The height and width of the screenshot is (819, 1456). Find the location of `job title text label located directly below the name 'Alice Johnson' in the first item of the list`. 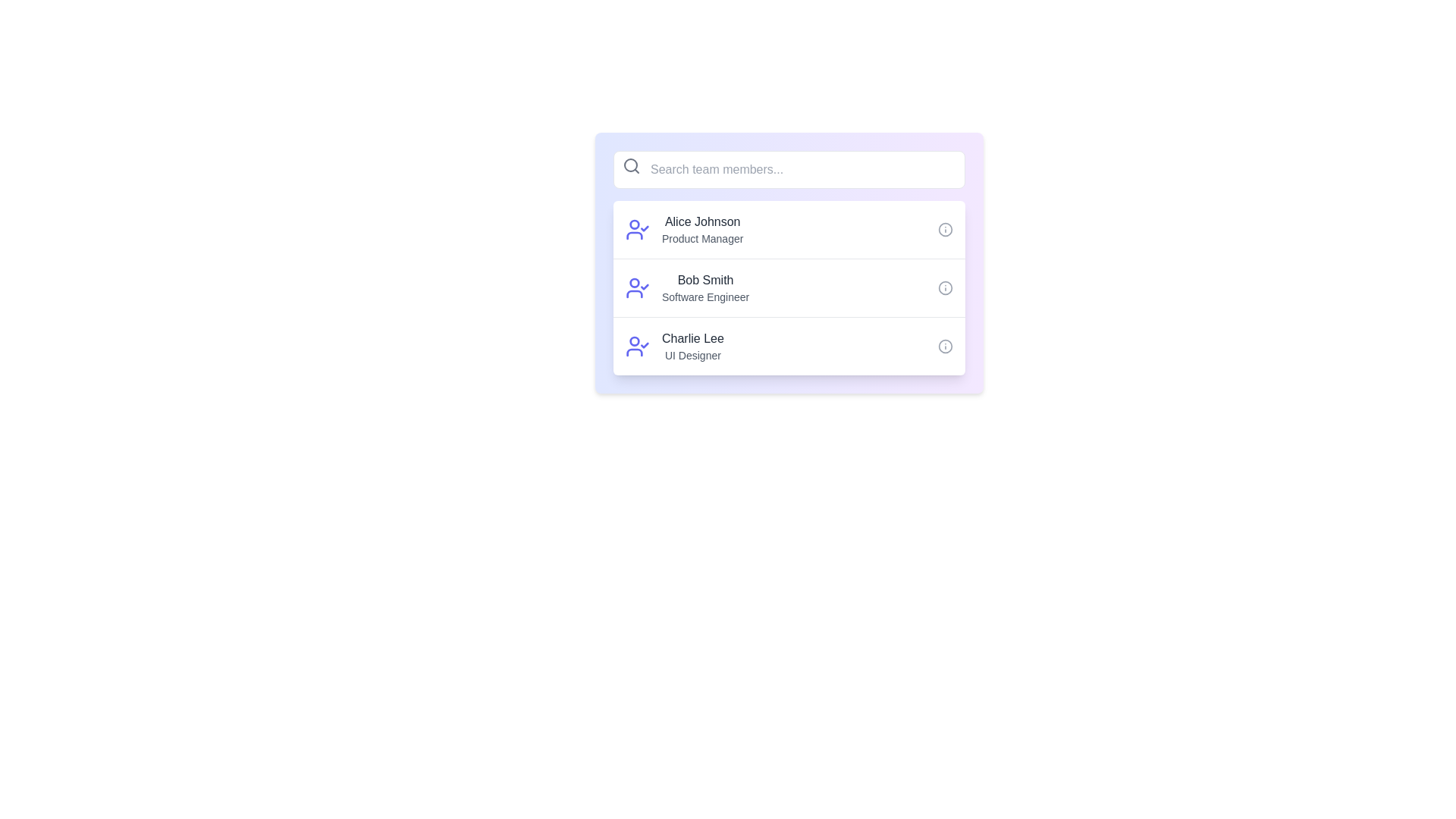

job title text label located directly below the name 'Alice Johnson' in the first item of the list is located at coordinates (701, 239).